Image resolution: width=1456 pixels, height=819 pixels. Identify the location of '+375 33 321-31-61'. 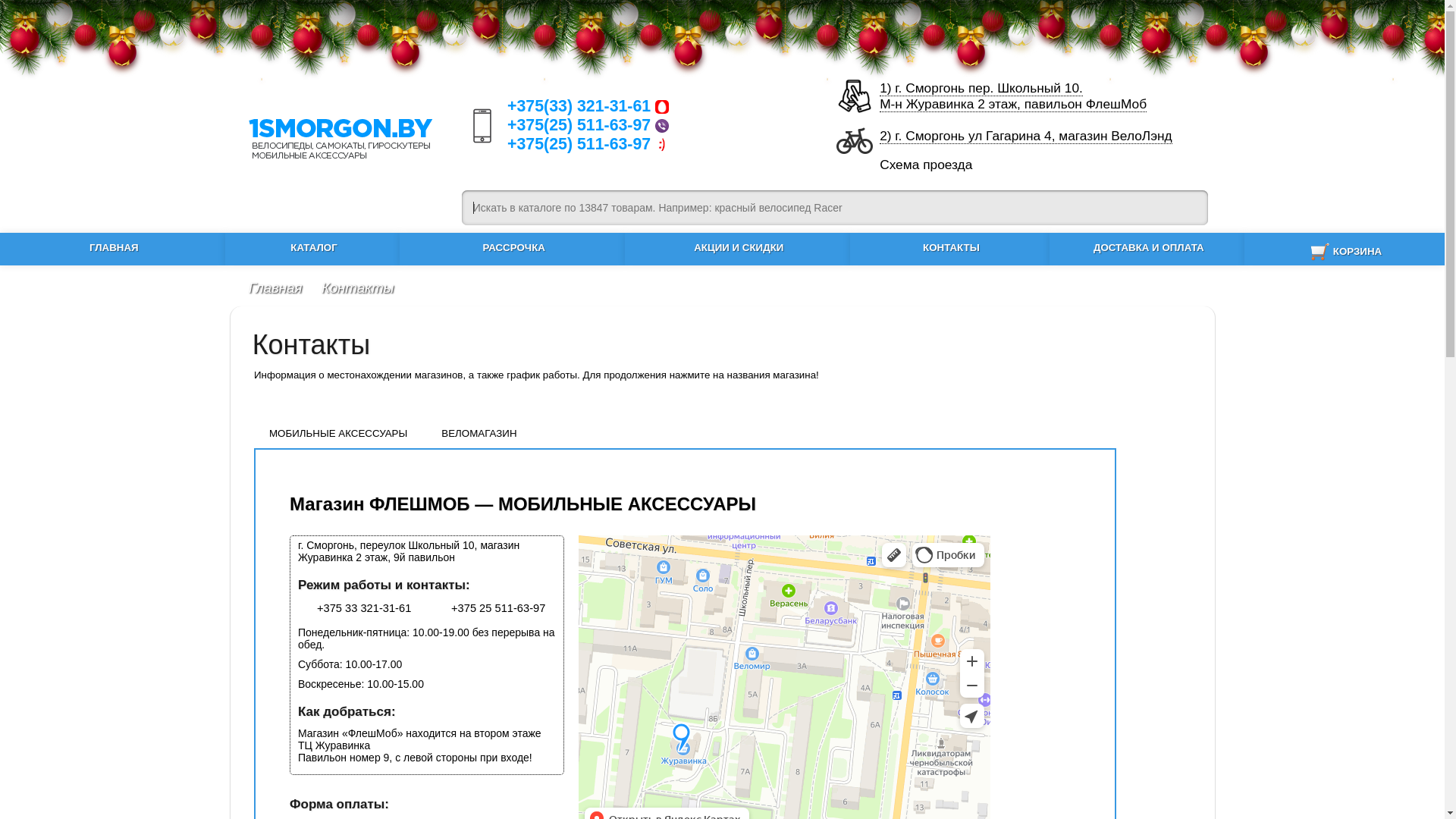
(353, 607).